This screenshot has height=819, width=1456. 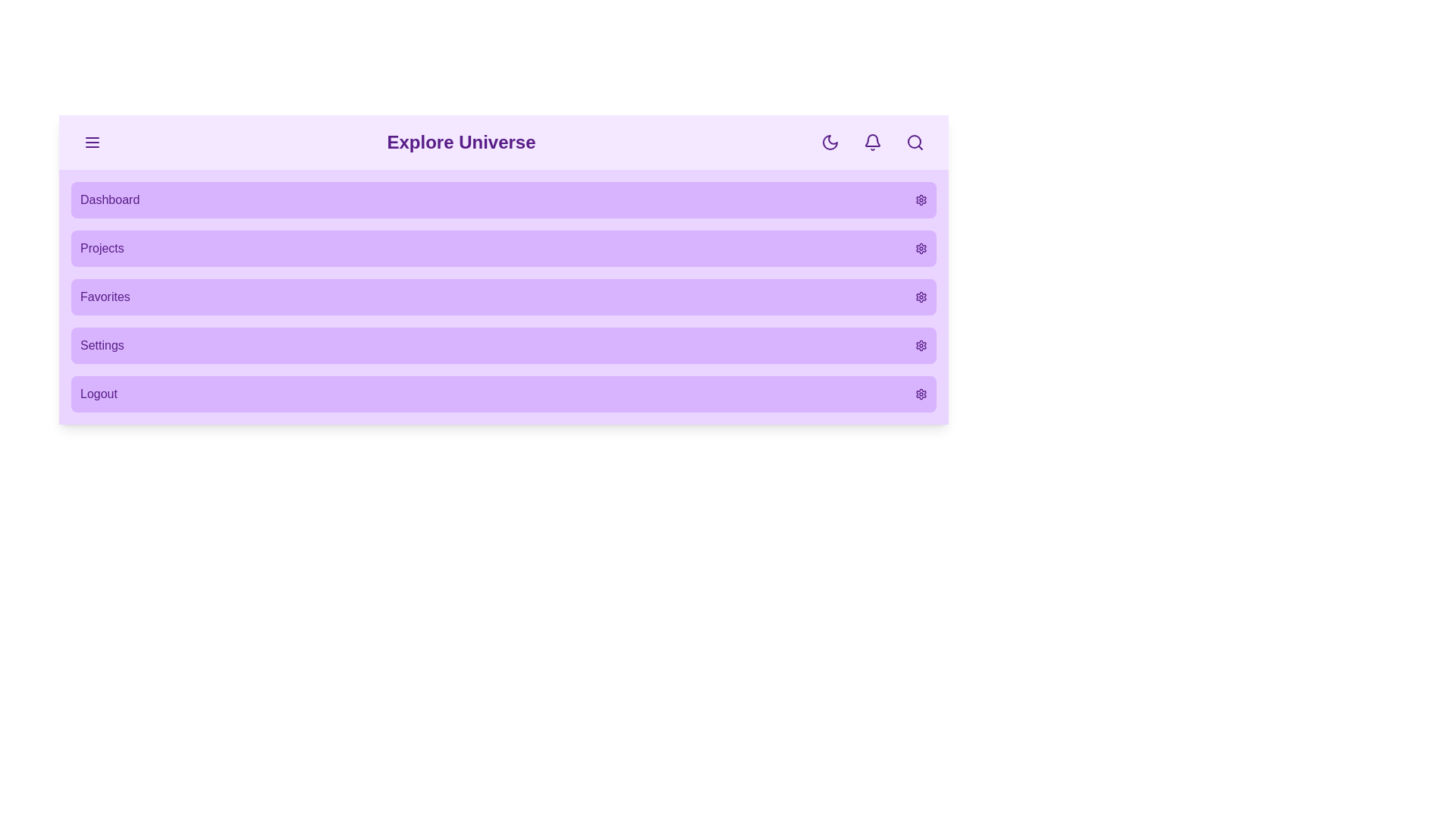 What do you see at coordinates (920, 345) in the screenshot?
I see `the settings icon for the menu item labeled Settings` at bounding box center [920, 345].